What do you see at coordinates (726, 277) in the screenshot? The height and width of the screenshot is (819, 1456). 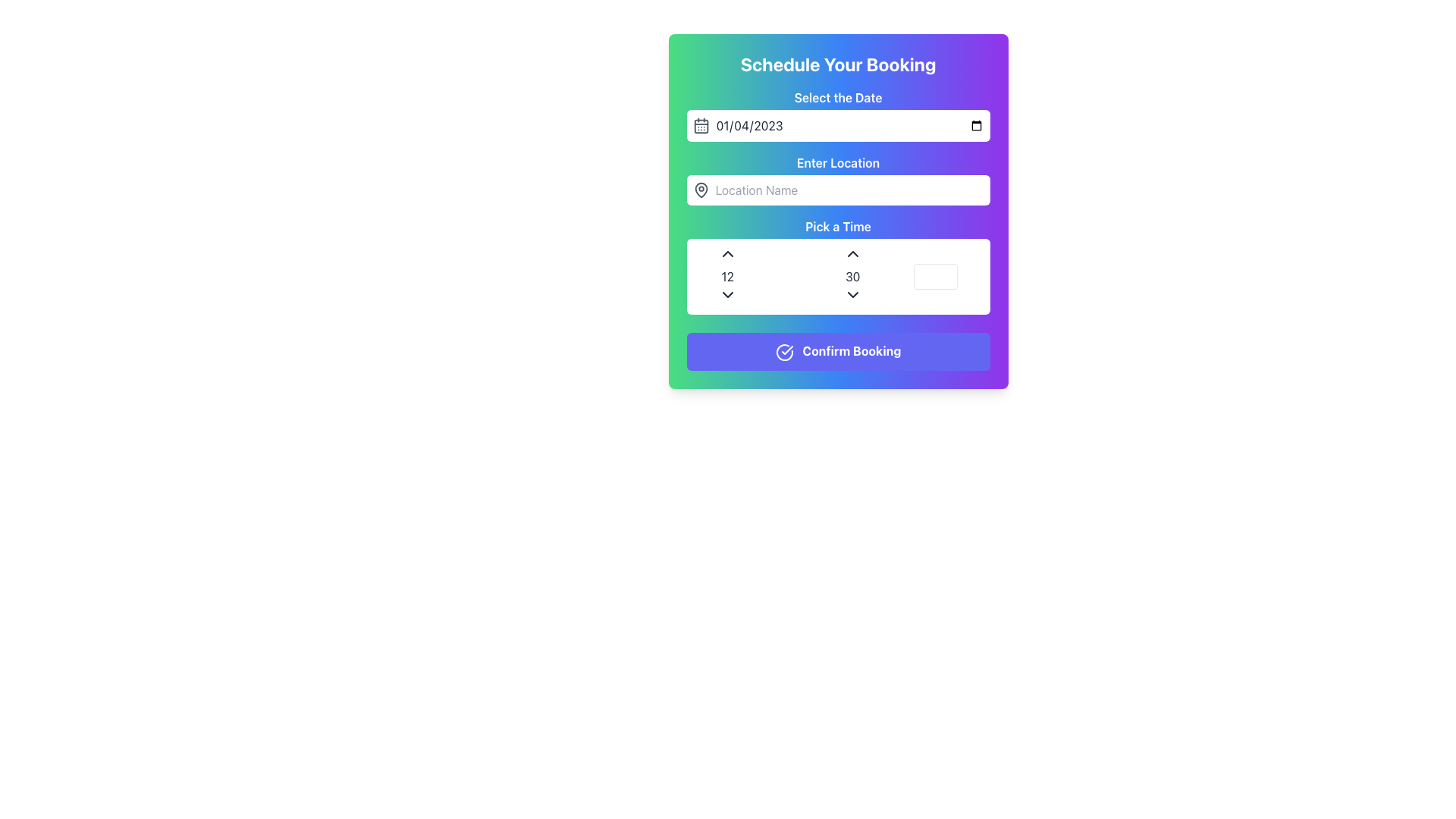 I see `displayed hour value from the informational text label located between the up and down arrow buttons in the time picker component` at bounding box center [726, 277].